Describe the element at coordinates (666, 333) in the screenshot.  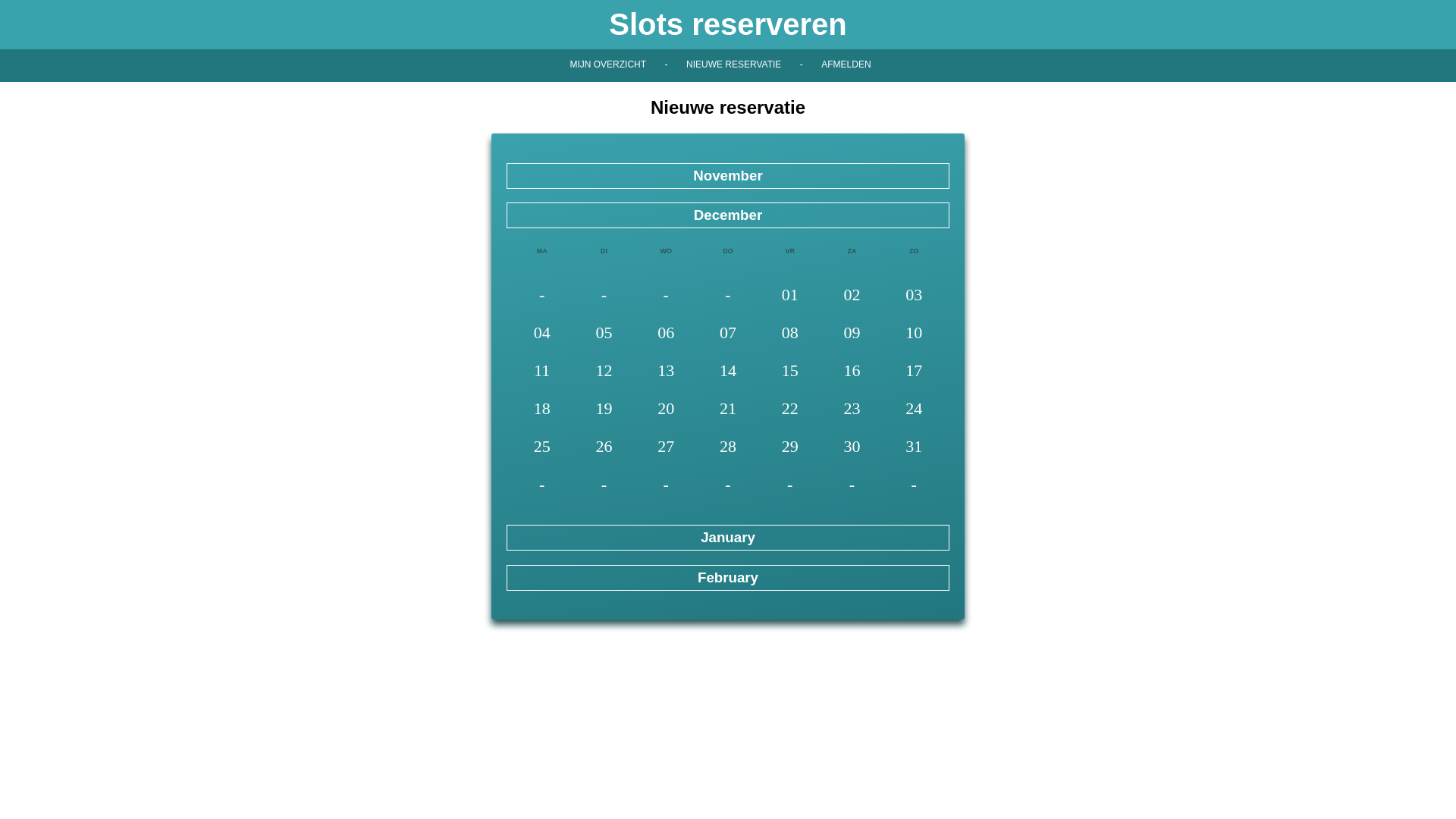
I see `'06'` at that location.